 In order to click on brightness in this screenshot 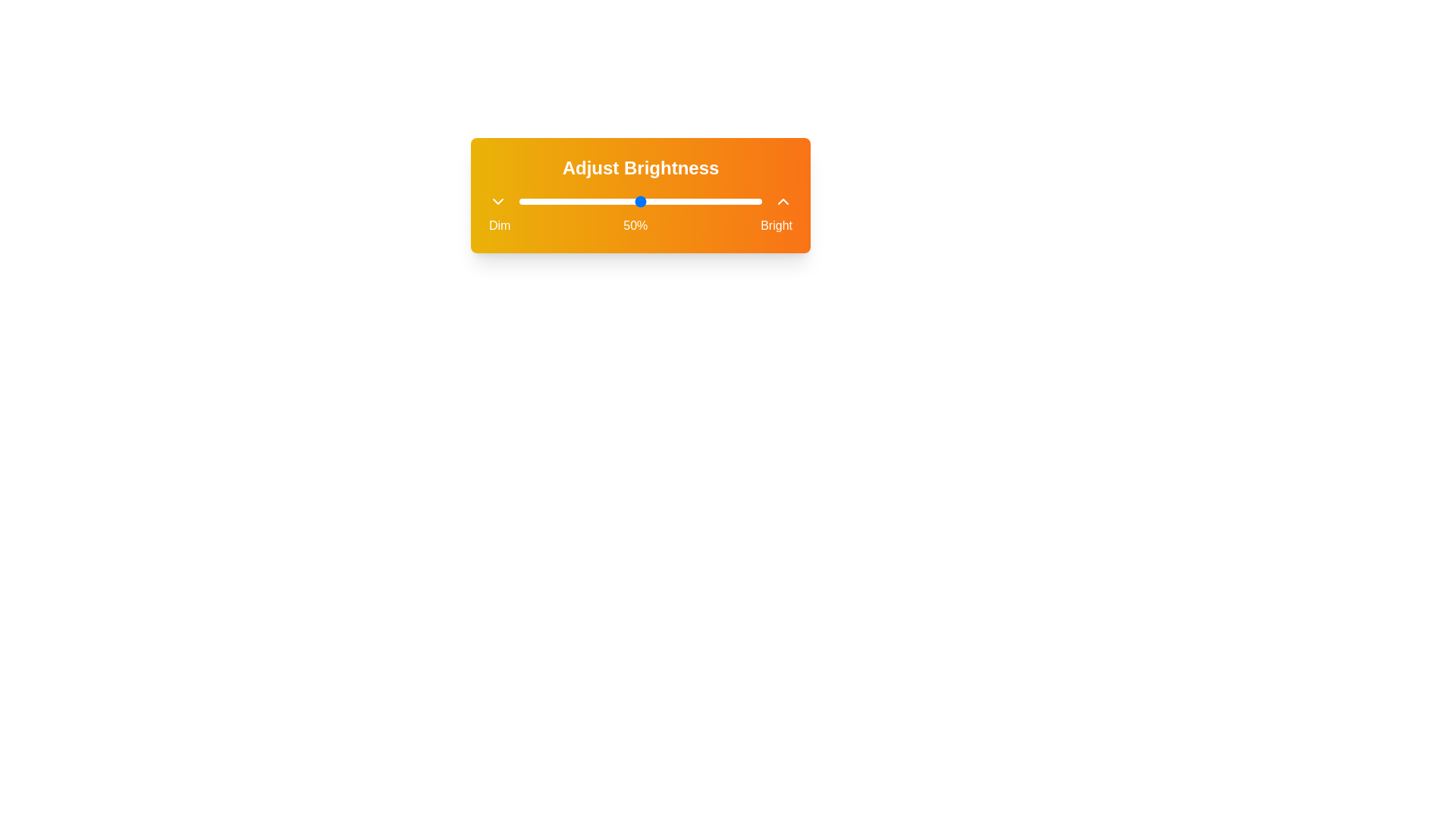, I will do `click(747, 201)`.